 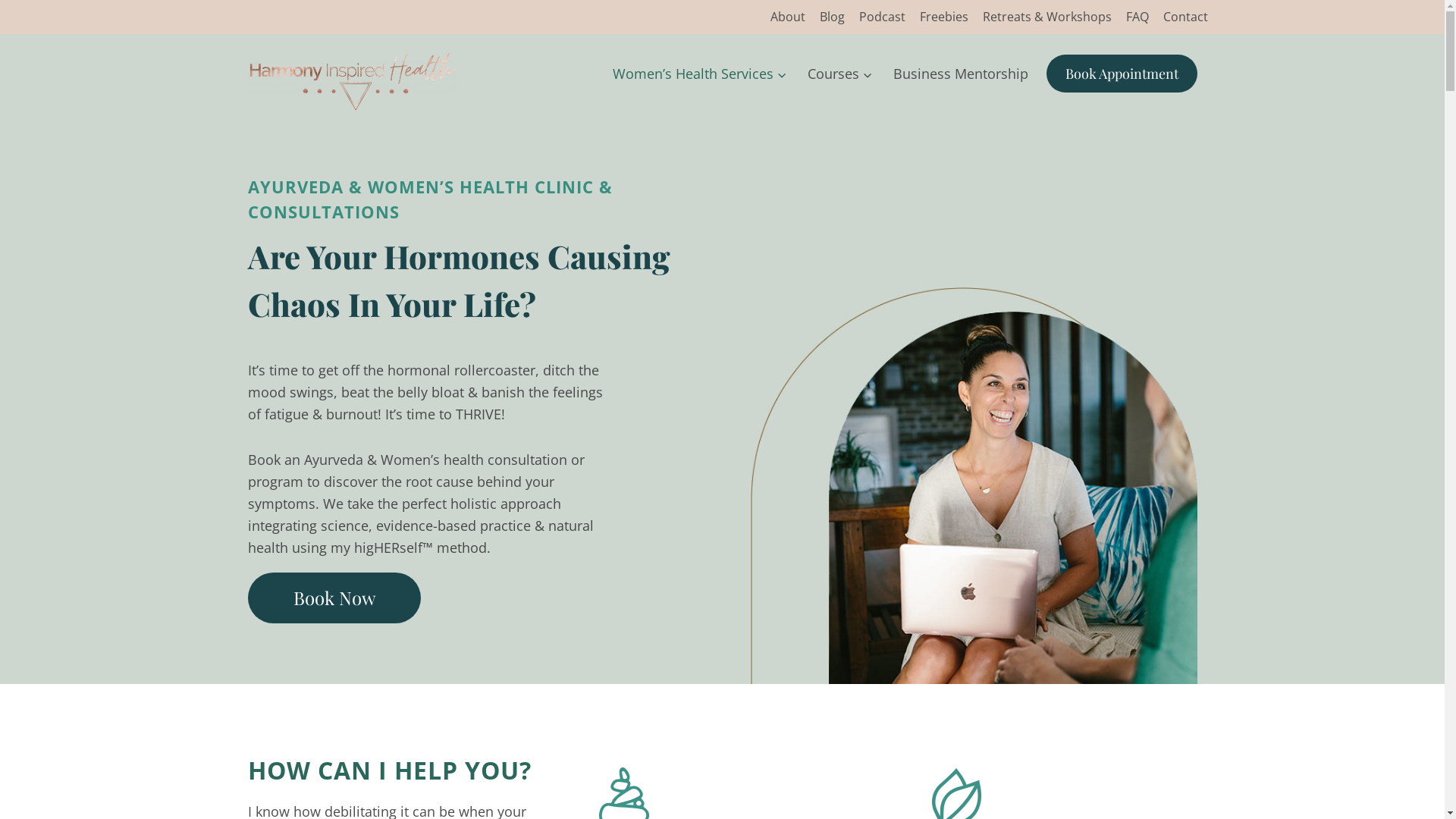 I want to click on 'Book Now', so click(x=333, y=596).